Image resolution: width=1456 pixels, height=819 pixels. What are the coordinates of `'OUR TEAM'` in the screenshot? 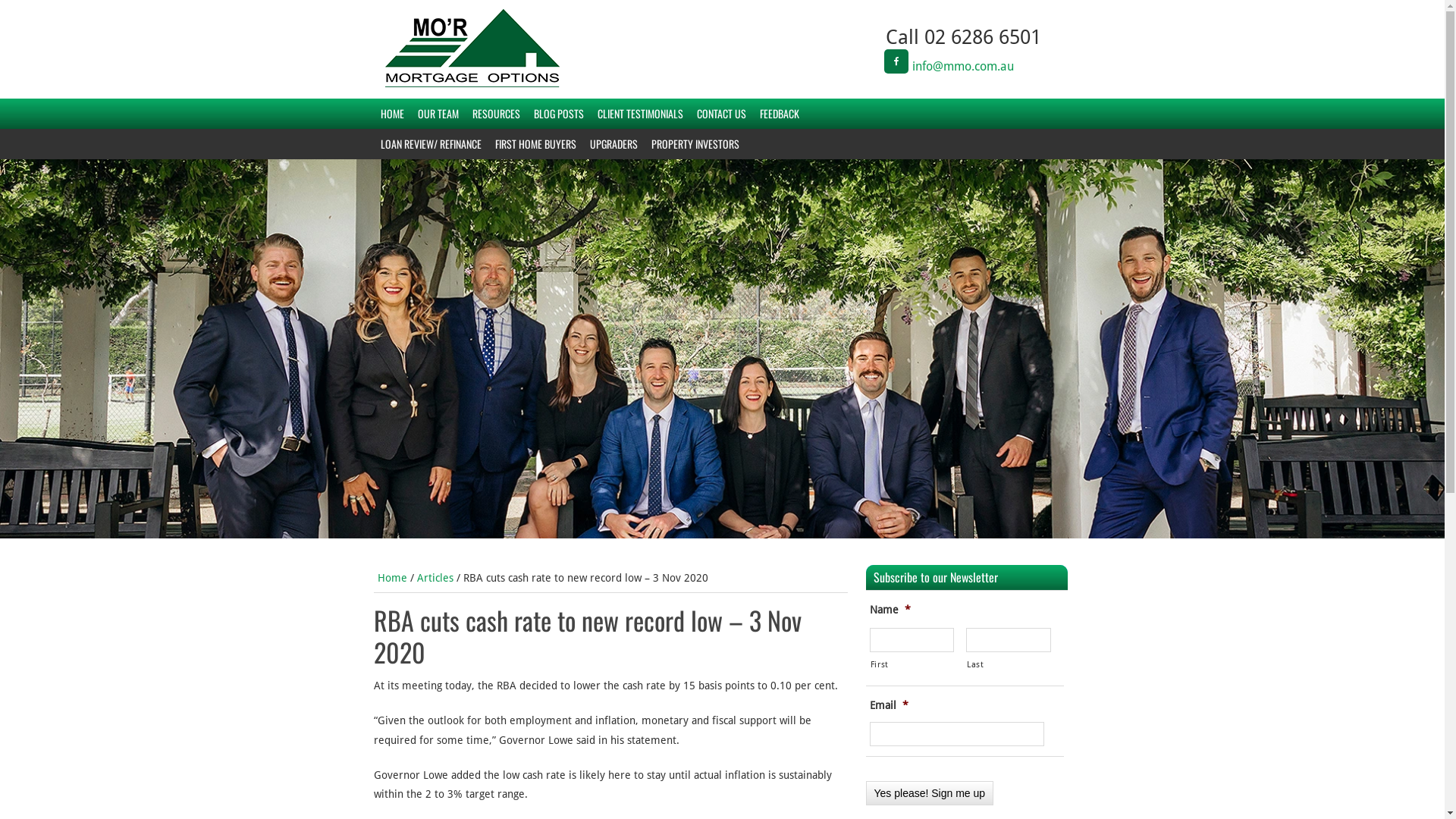 It's located at (437, 113).